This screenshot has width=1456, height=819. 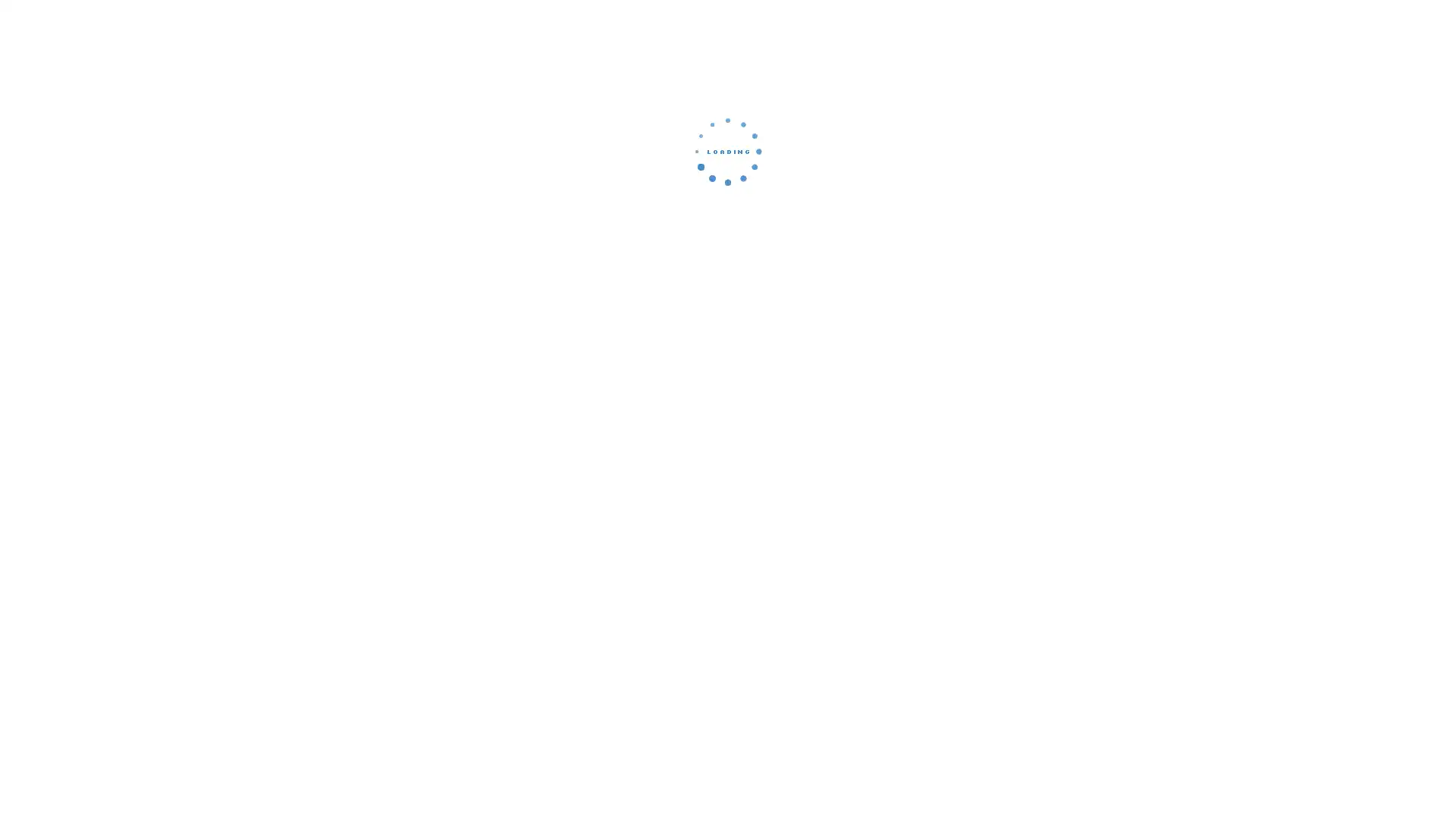 I want to click on Continue, so click(x=728, y=254).